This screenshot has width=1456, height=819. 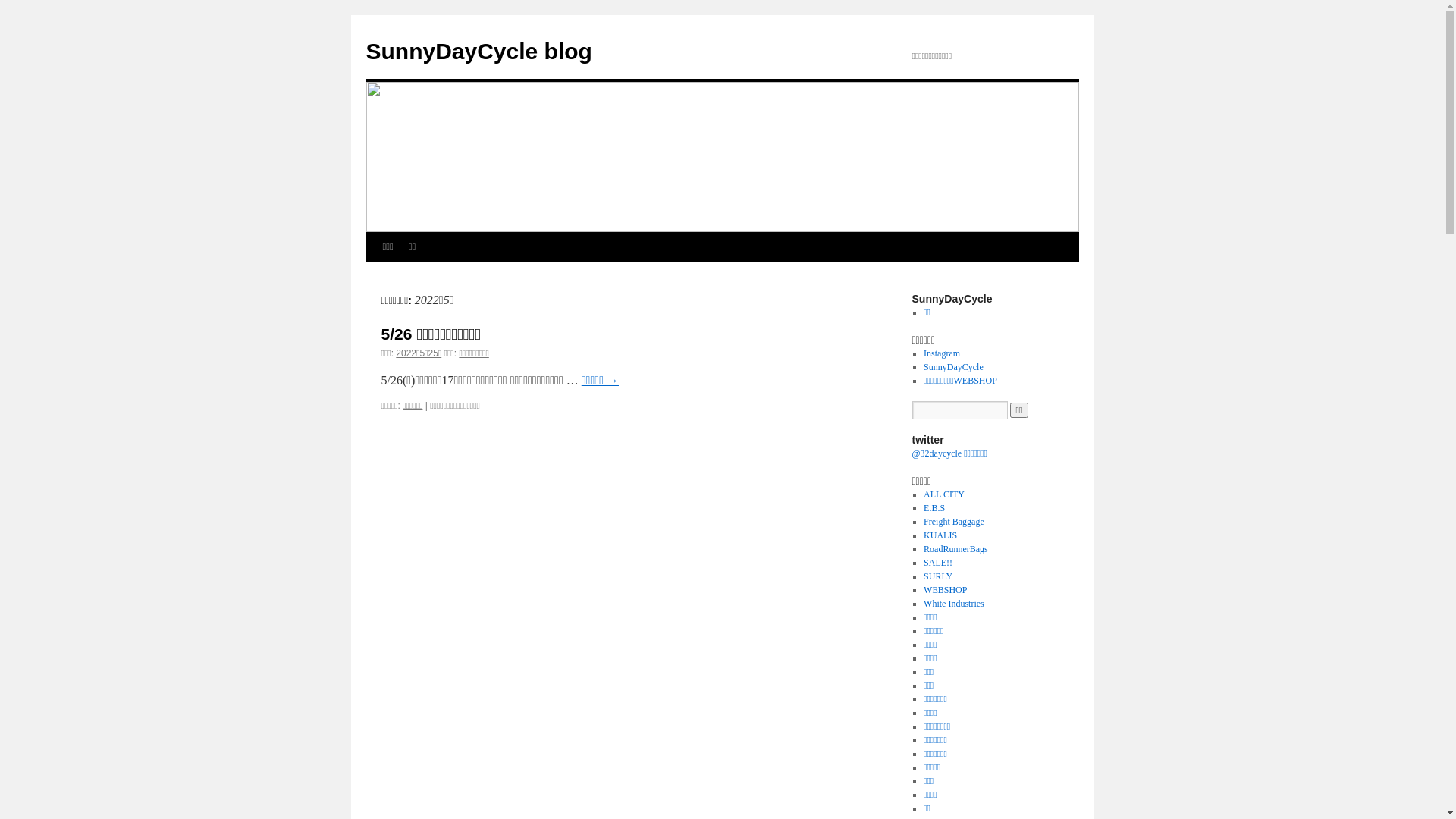 I want to click on 'SURLY', so click(x=937, y=576).